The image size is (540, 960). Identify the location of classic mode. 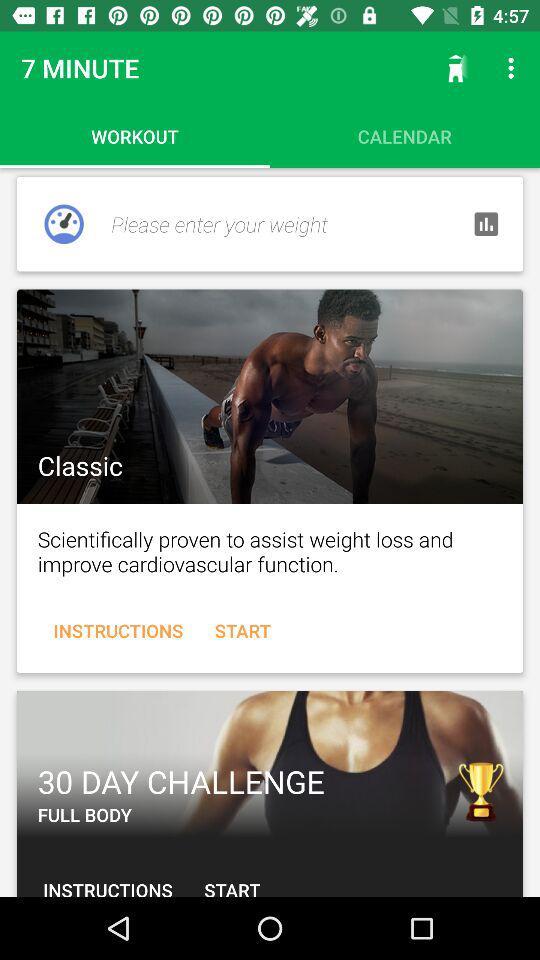
(270, 395).